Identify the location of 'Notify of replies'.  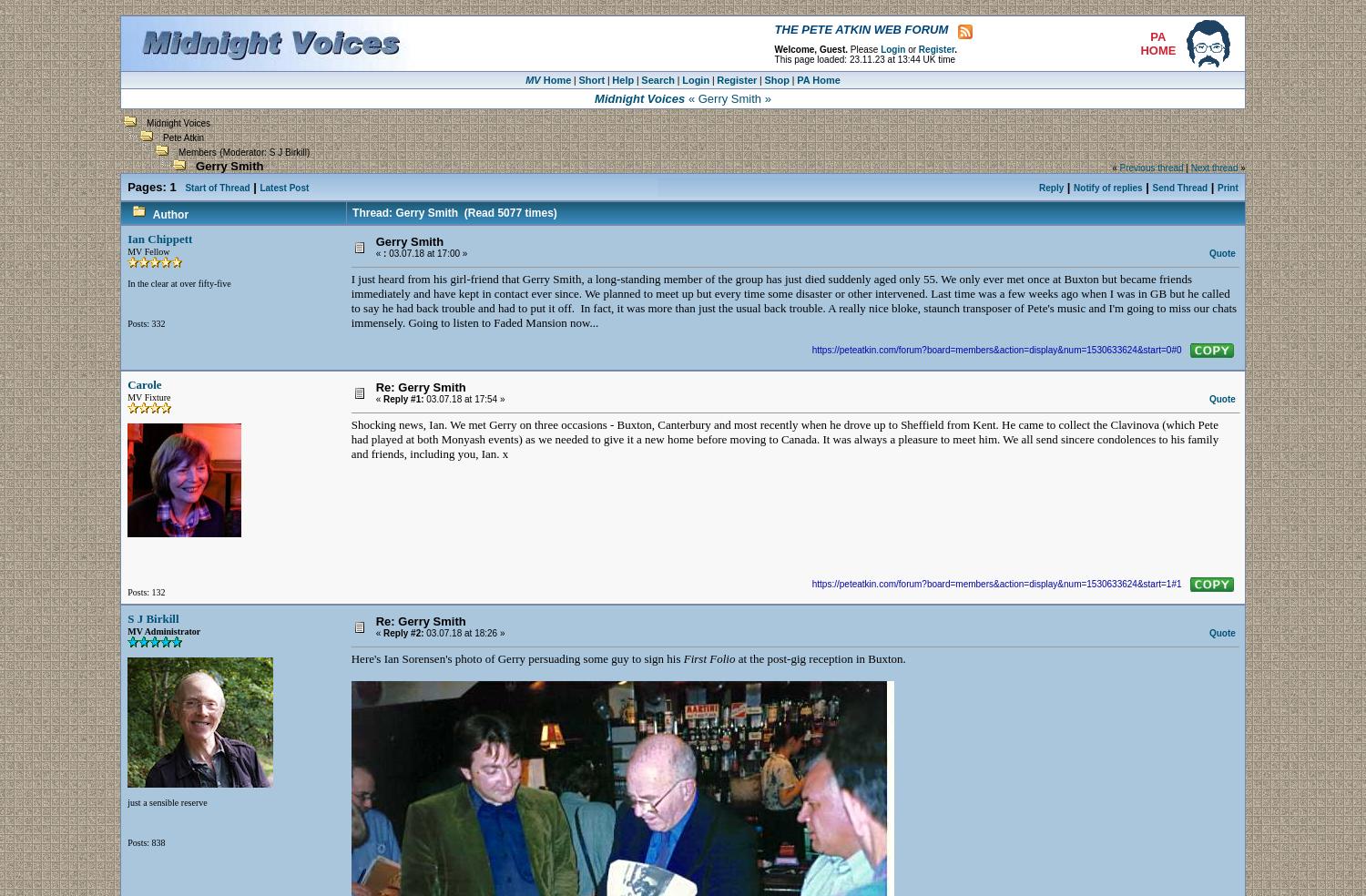
(1106, 188).